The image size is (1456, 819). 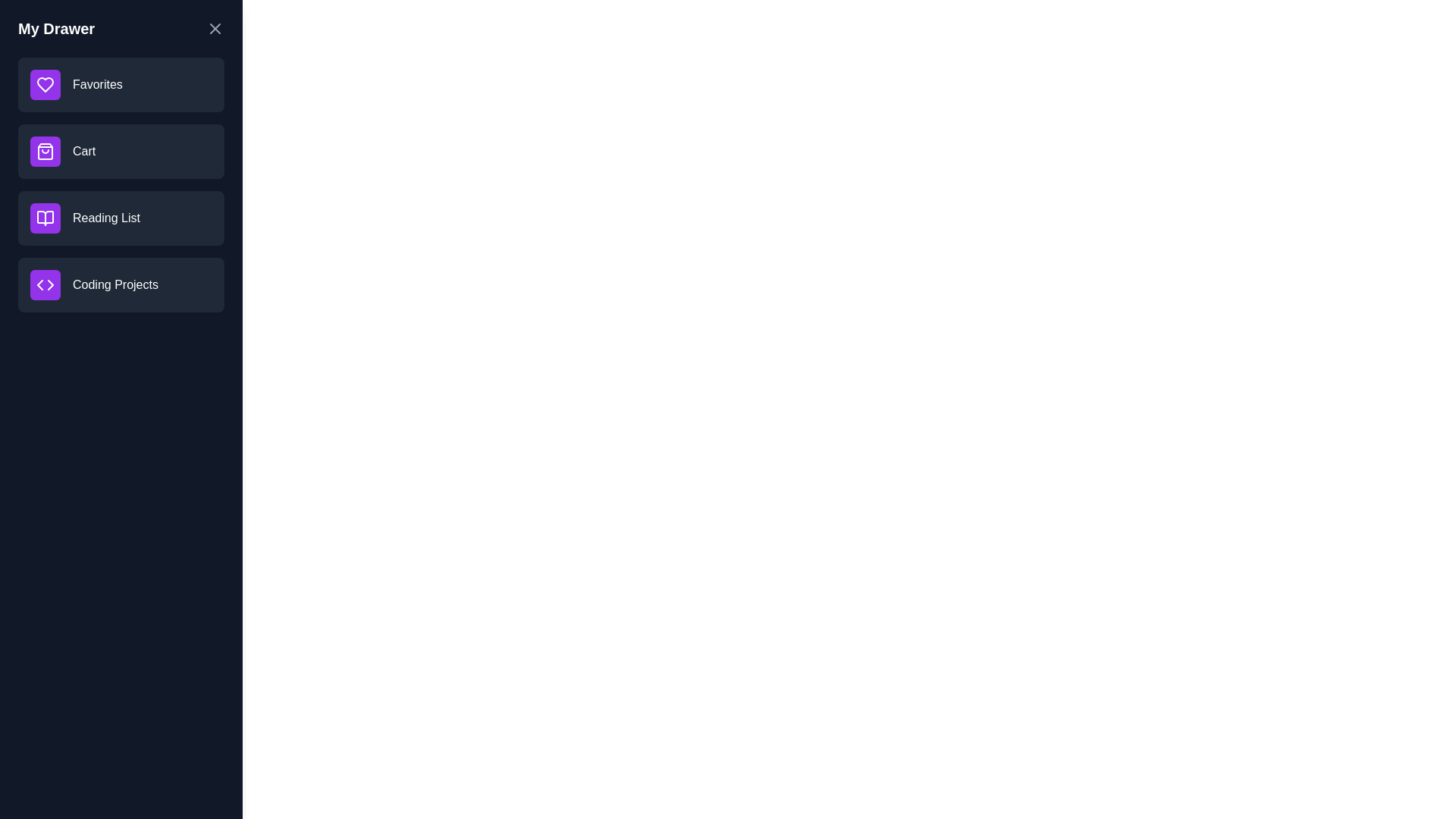 What do you see at coordinates (120, 84) in the screenshot?
I see `the item Favorites to reveal its hover effect` at bounding box center [120, 84].